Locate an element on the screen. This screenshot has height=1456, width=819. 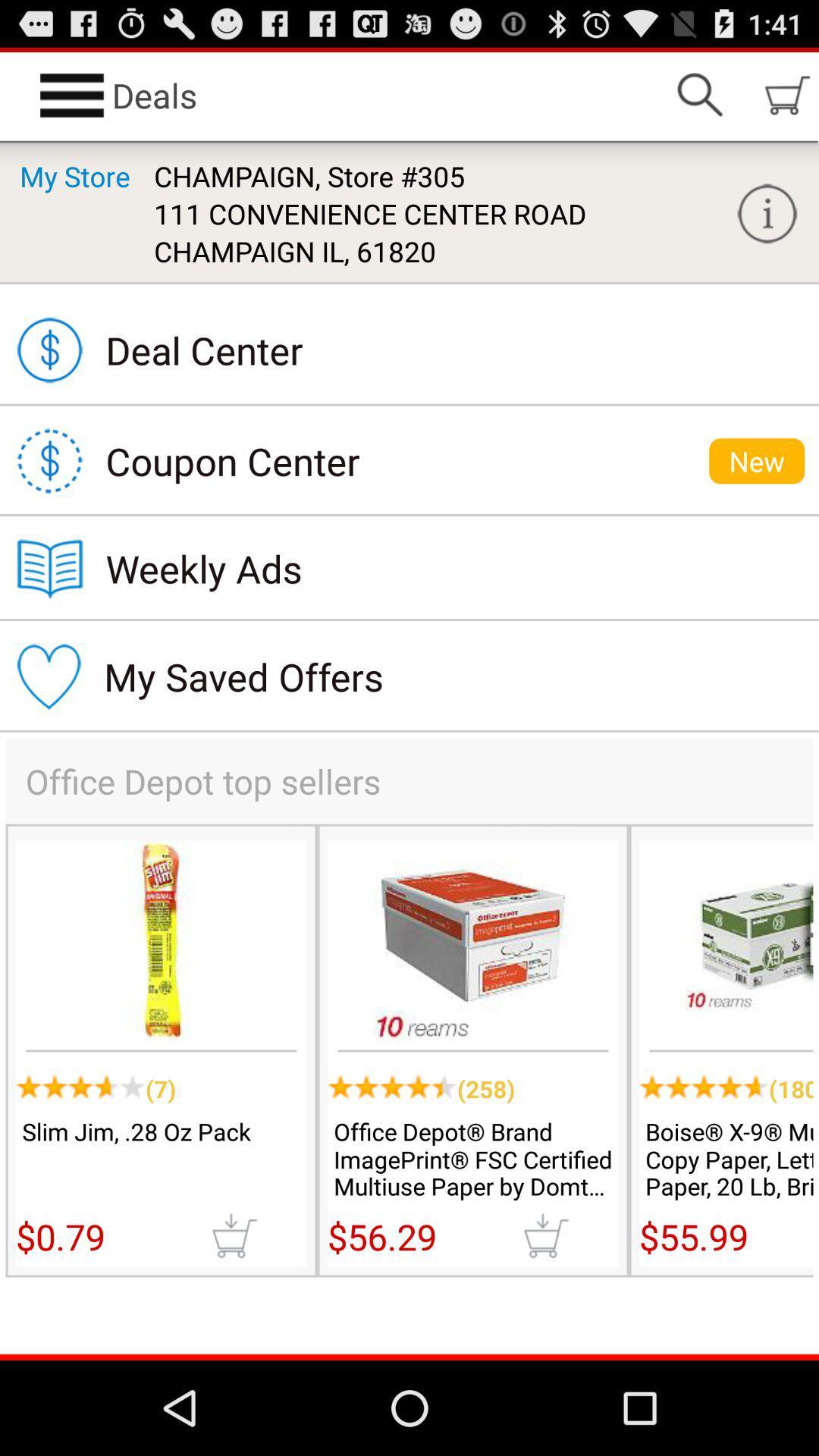
the info icon is located at coordinates (767, 227).